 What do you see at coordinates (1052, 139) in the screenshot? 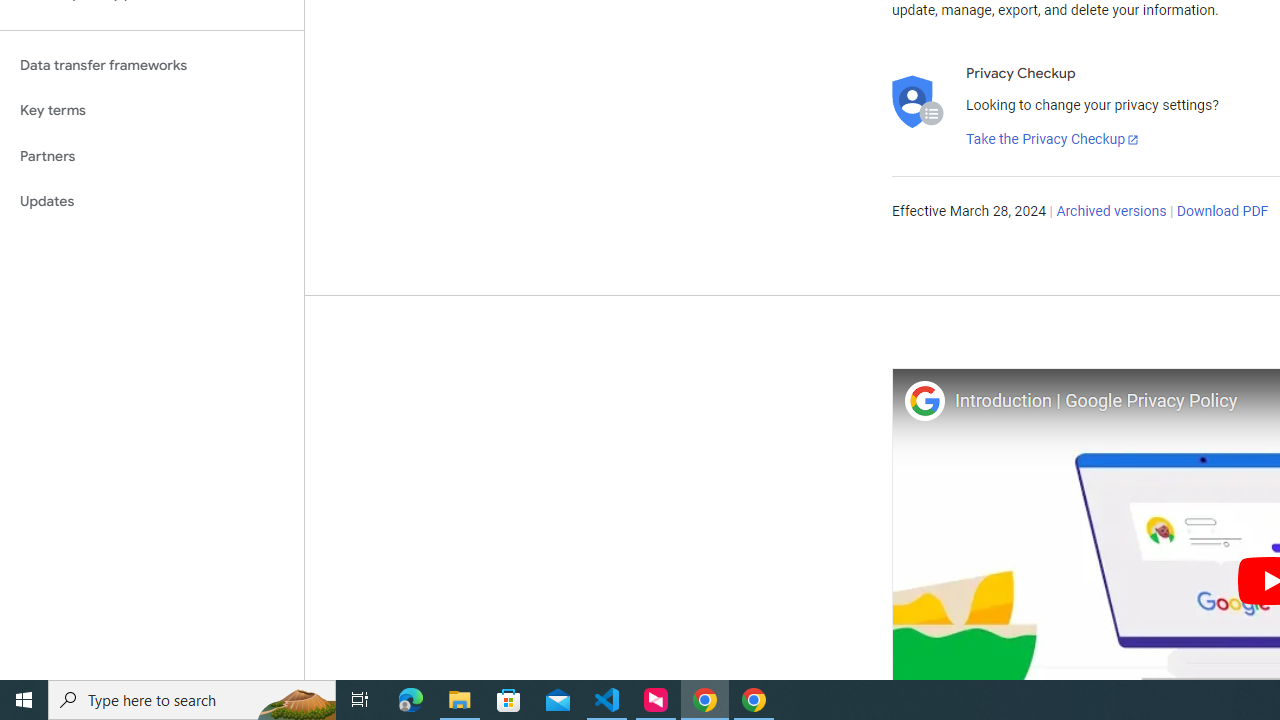
I see `'Take the Privacy Checkup'` at bounding box center [1052, 139].